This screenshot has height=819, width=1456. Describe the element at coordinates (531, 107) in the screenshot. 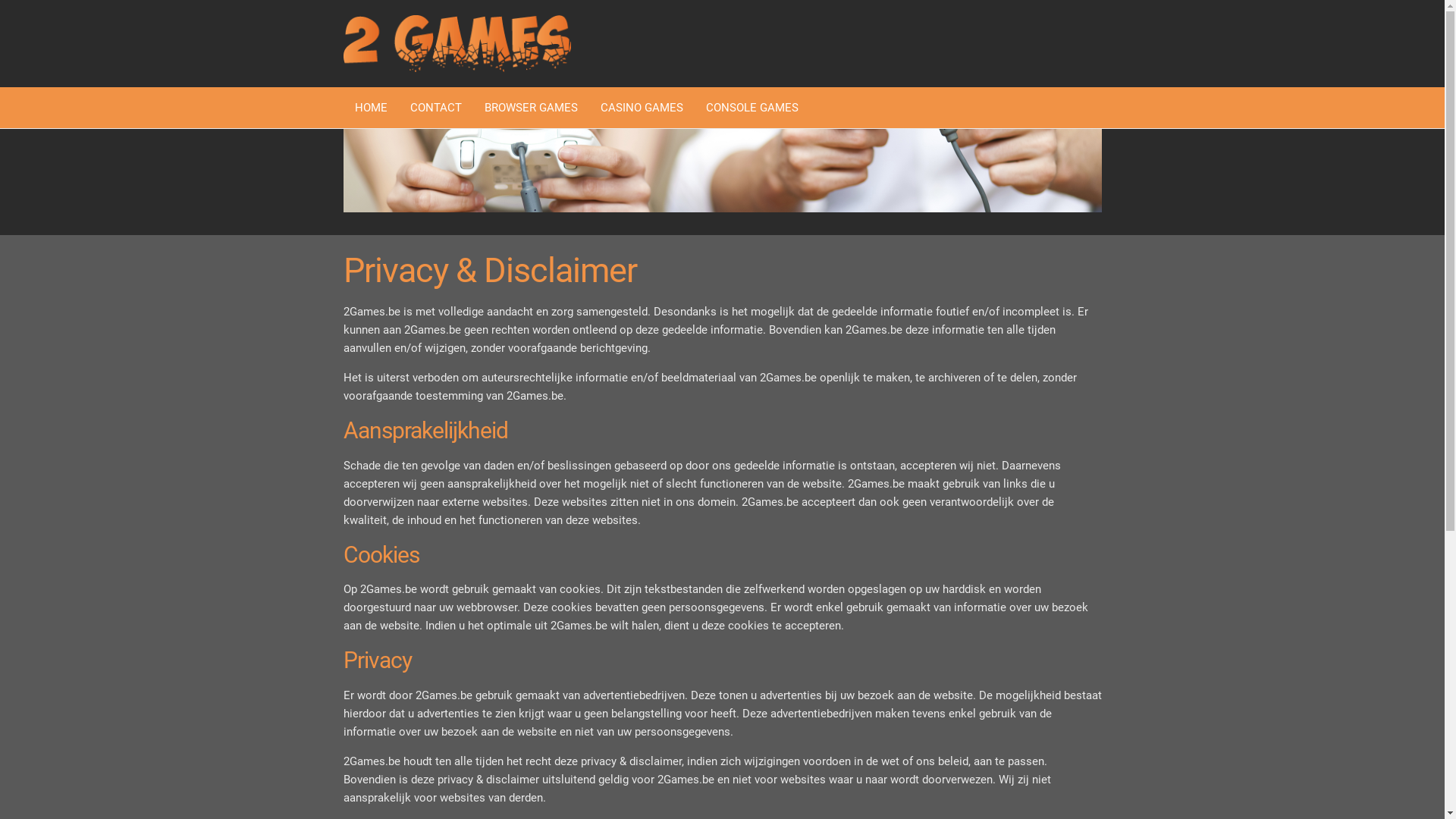

I see `'BROWSER GAMES'` at that location.